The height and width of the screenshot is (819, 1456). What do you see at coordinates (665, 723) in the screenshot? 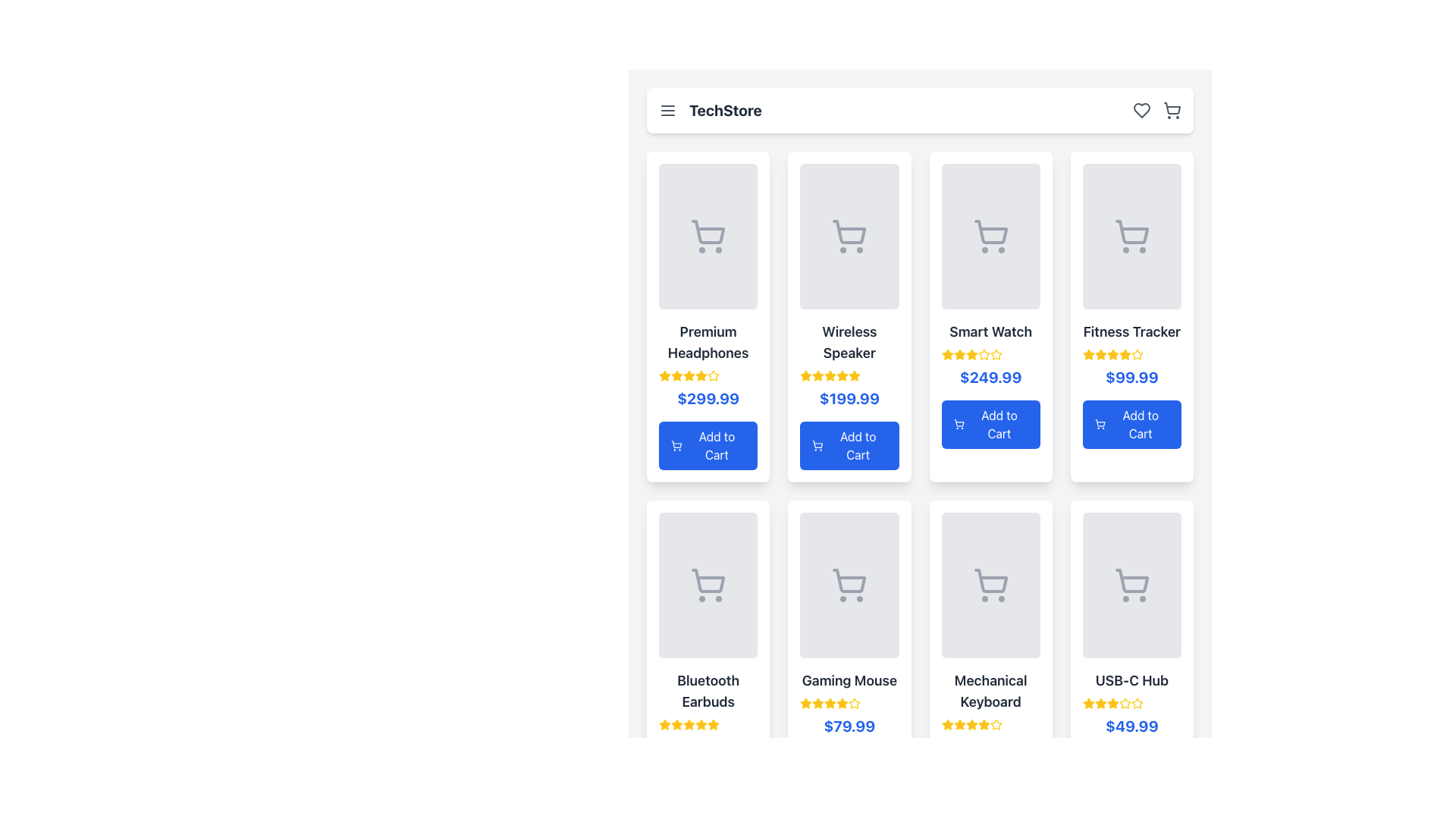
I see `the visual state of the yellow star-shaped icon representing the star rating in the Bluetooth Earbuds card` at bounding box center [665, 723].